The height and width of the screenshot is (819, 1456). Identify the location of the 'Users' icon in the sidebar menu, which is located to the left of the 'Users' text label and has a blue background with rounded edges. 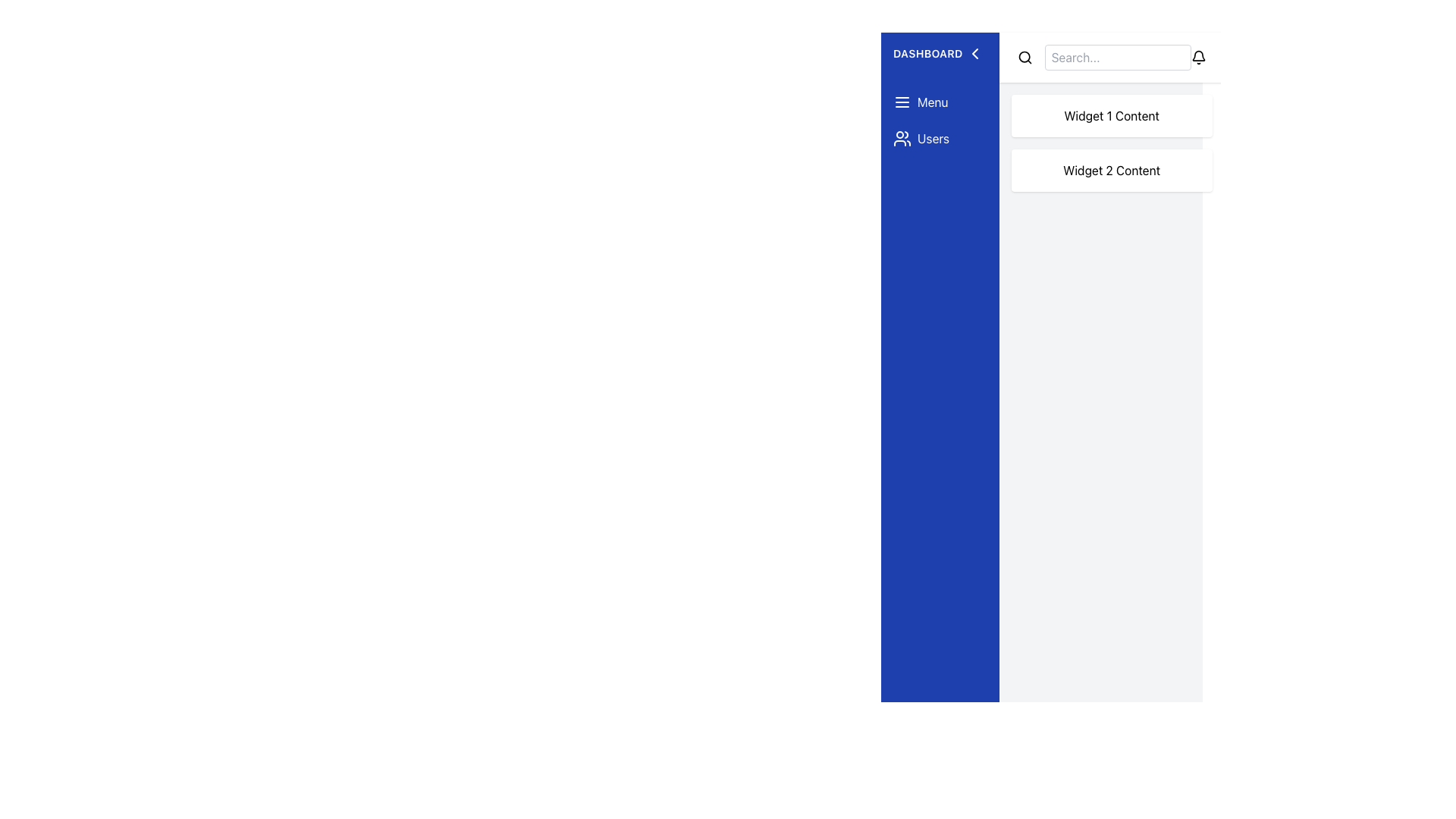
(902, 138).